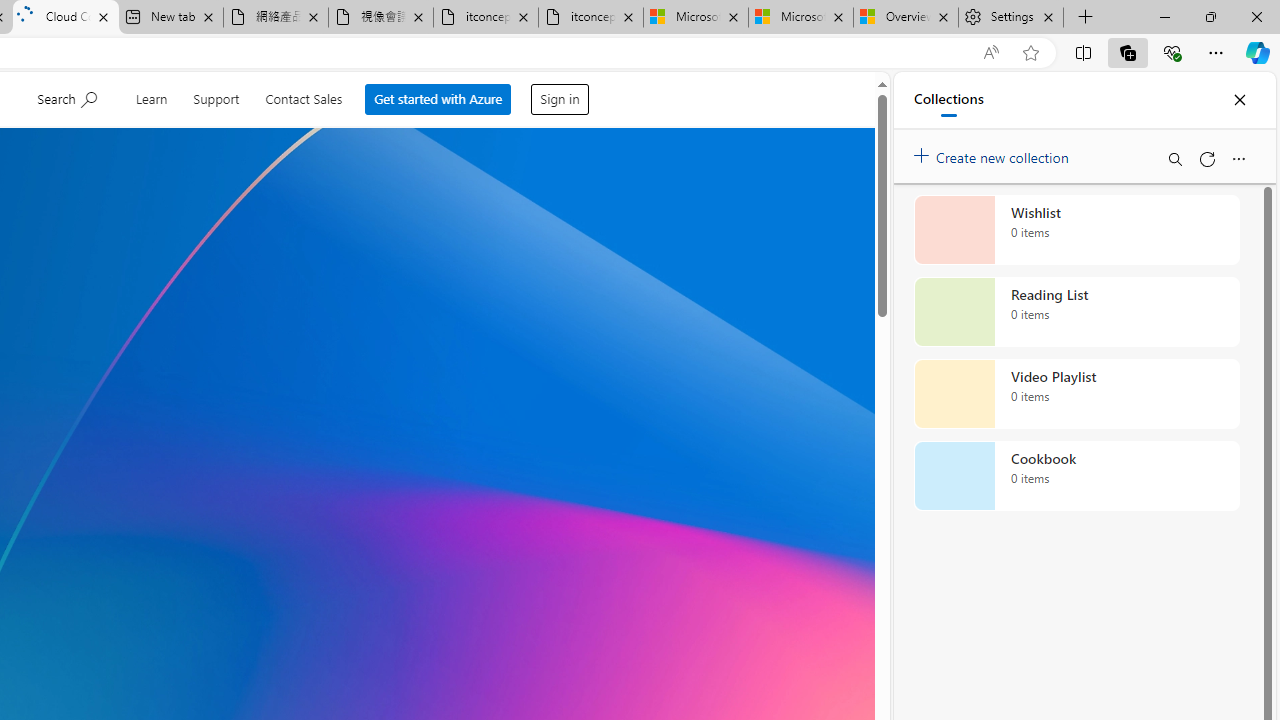 The width and height of the screenshot is (1280, 720). Describe the element at coordinates (1076, 475) in the screenshot. I see `'Cookbook collection, 0 items'` at that location.